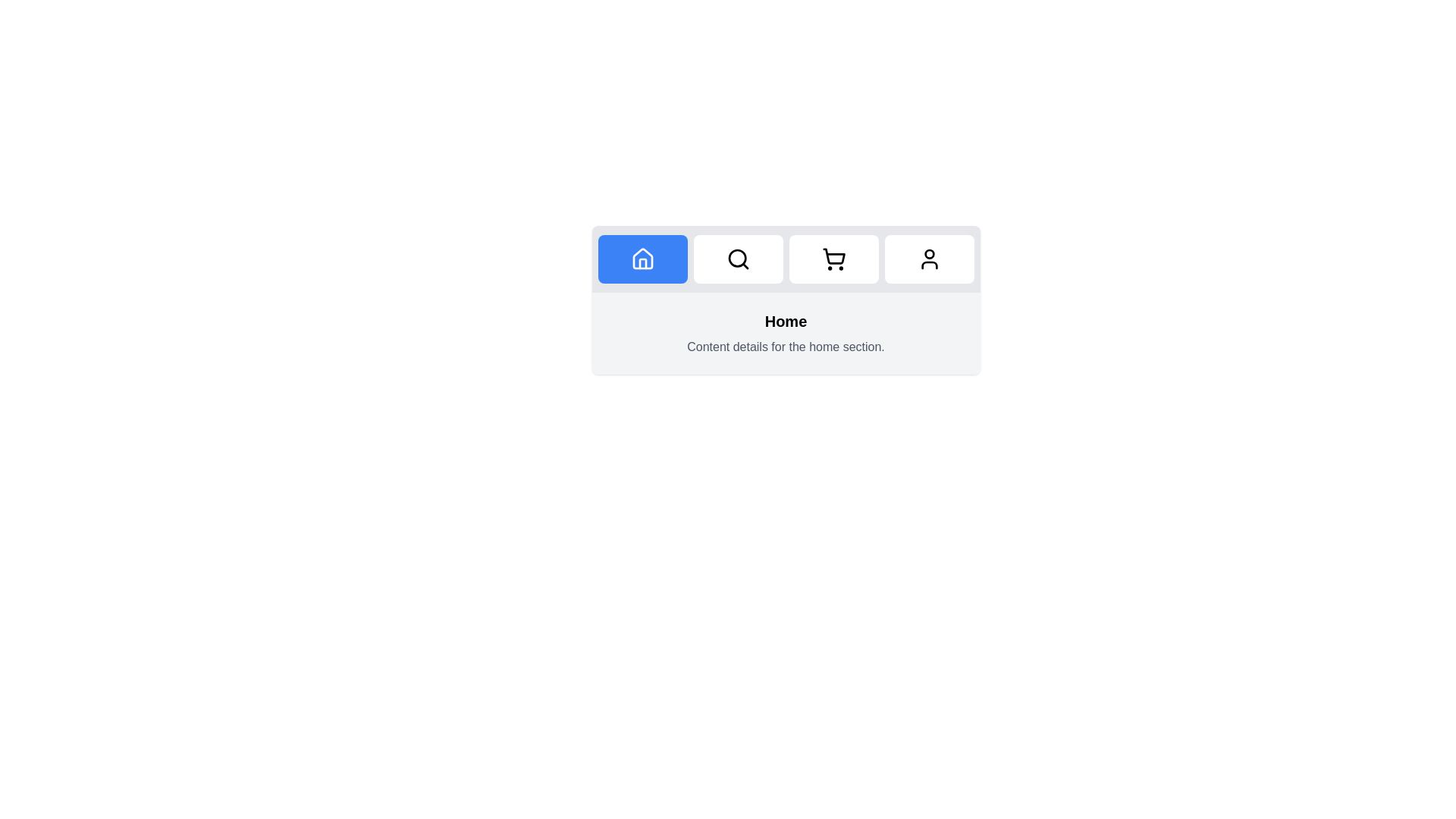 The width and height of the screenshot is (1456, 819). I want to click on the user icon button, which is a rectangular button with a white background and rounded borders located in the top-right corner of a four-column grid layout, so click(928, 259).